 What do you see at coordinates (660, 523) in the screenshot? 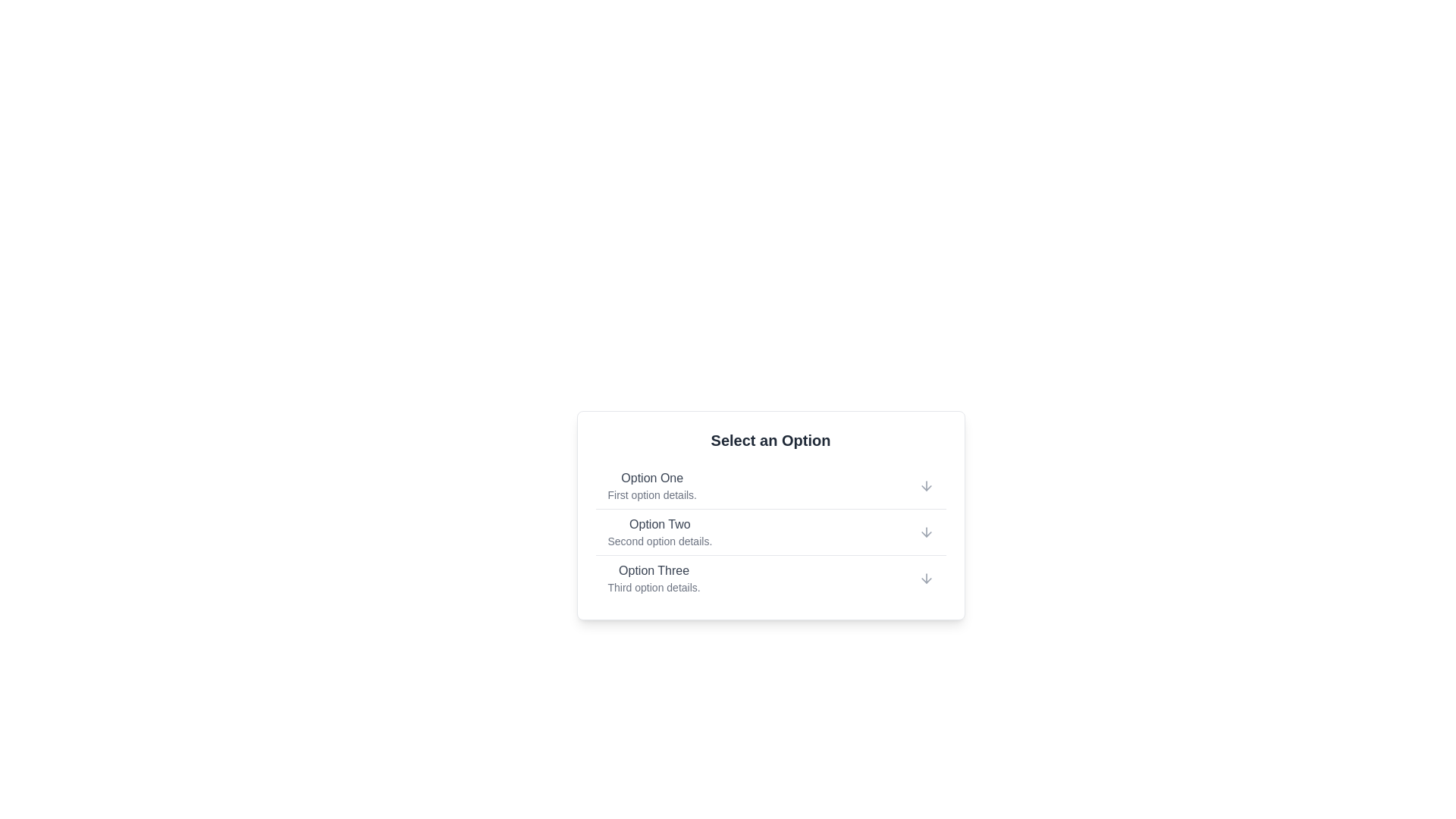
I see `the main label of the second selectable option, which is positioned above the text 'Second option details.' within the second option block` at bounding box center [660, 523].